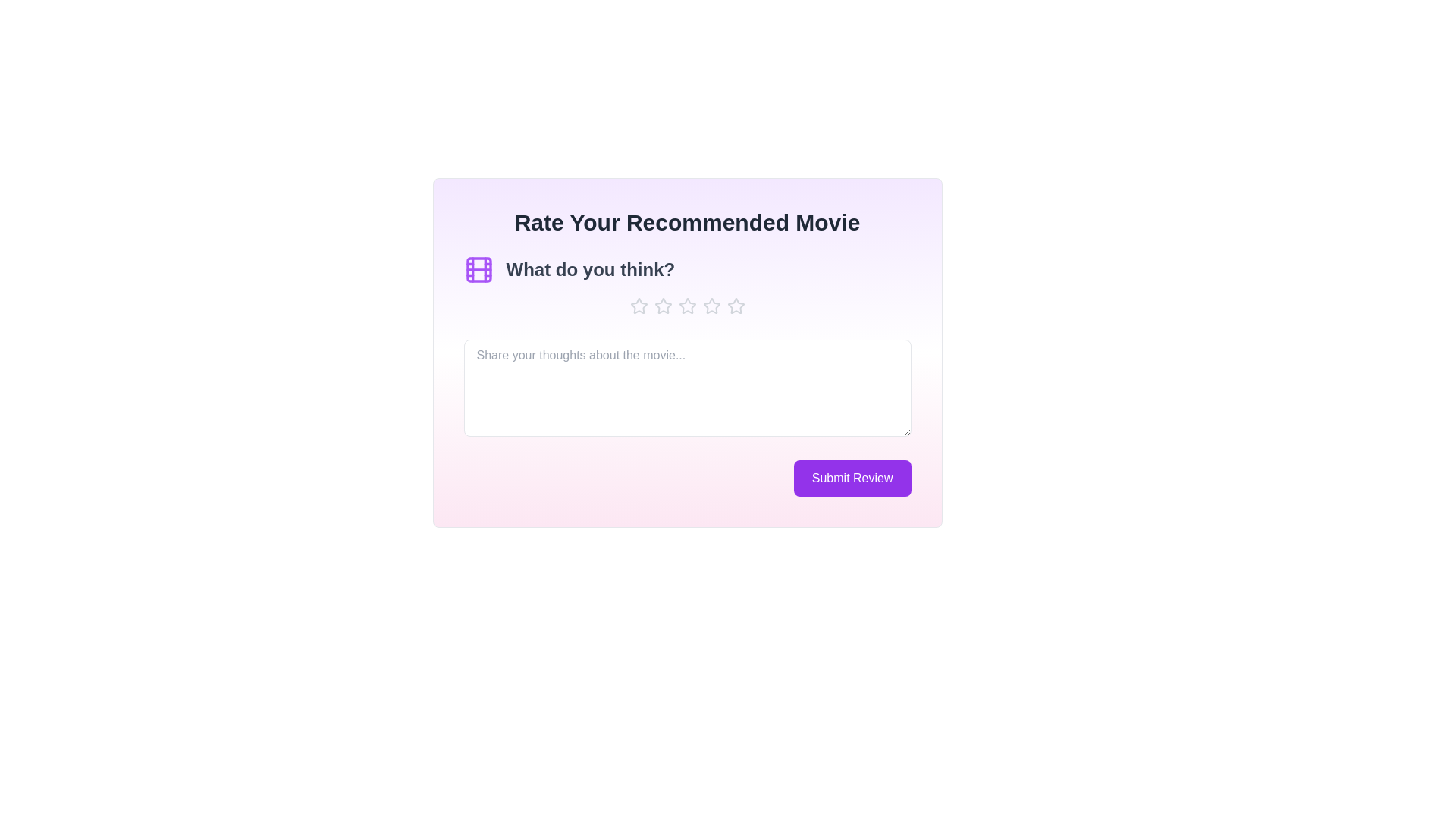 This screenshot has height=819, width=1456. Describe the element at coordinates (663, 306) in the screenshot. I see `the star icon to set the rating to 2` at that location.